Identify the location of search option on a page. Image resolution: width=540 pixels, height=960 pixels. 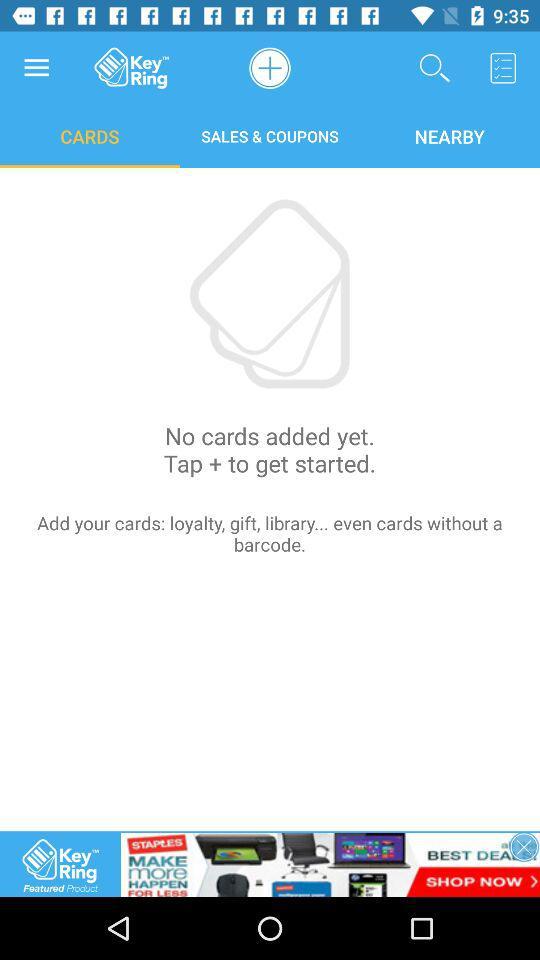
(434, 68).